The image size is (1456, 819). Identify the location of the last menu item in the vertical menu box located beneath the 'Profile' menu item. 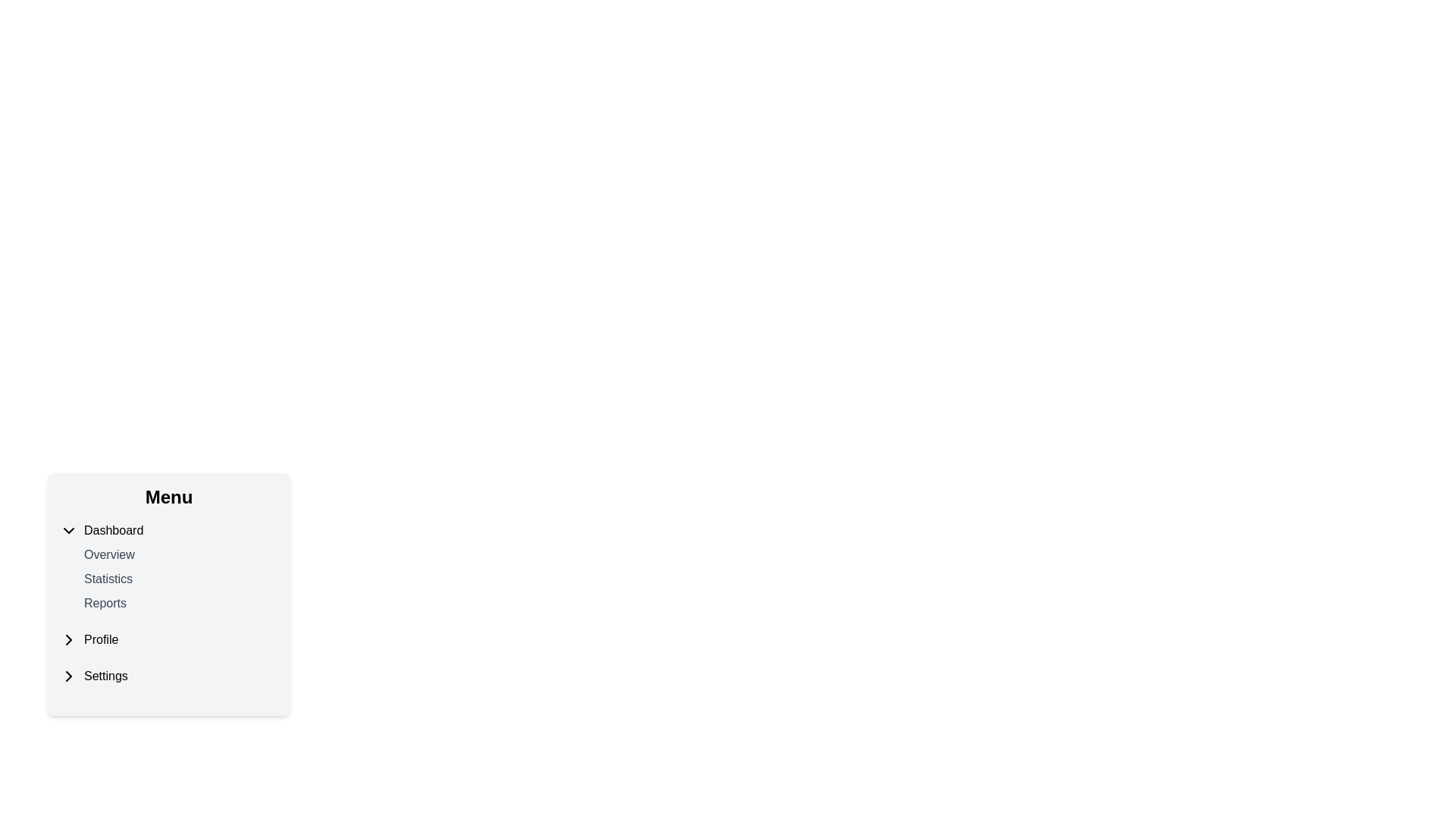
(168, 675).